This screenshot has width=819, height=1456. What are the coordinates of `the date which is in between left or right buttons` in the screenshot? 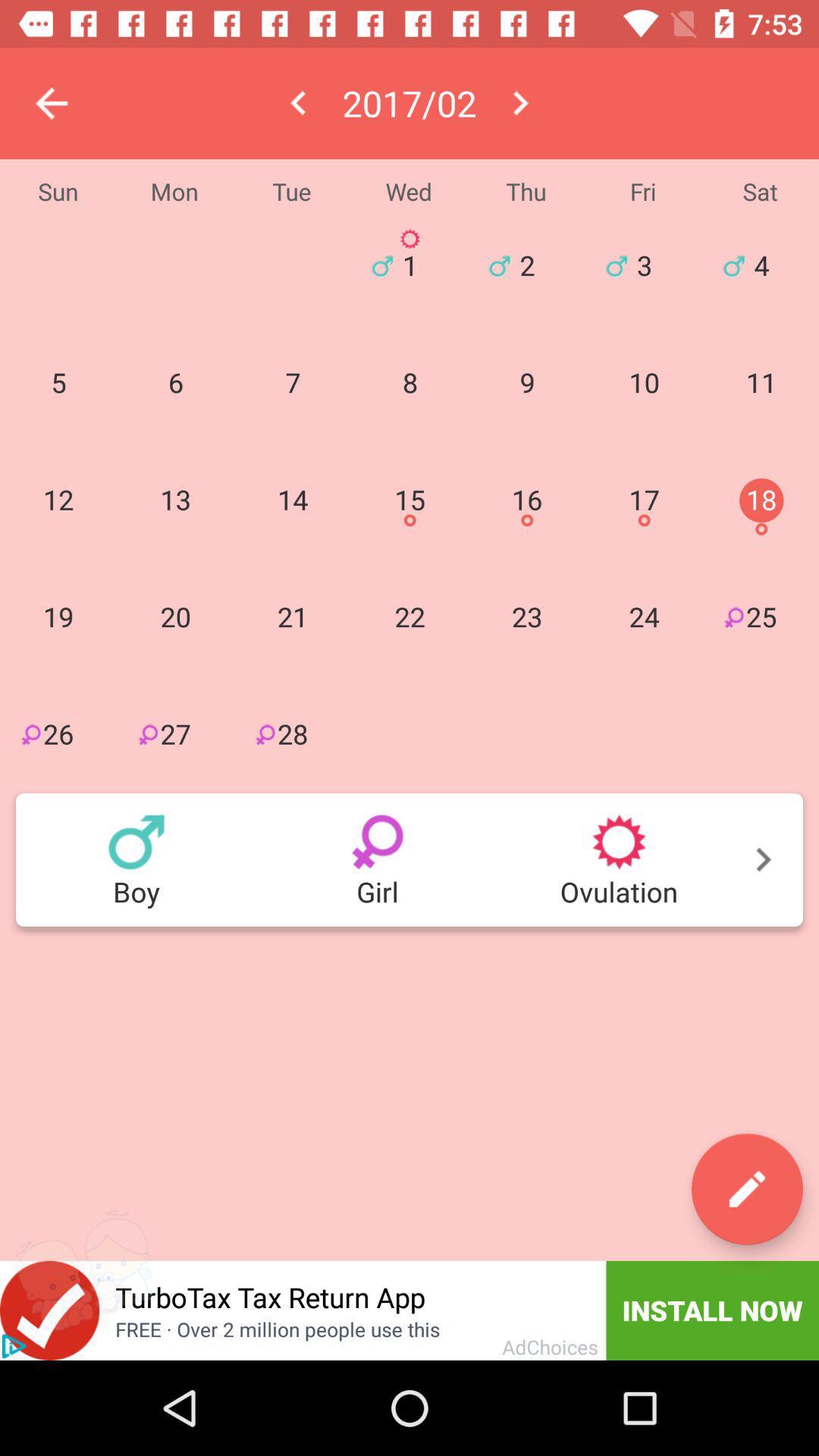 It's located at (409, 102).